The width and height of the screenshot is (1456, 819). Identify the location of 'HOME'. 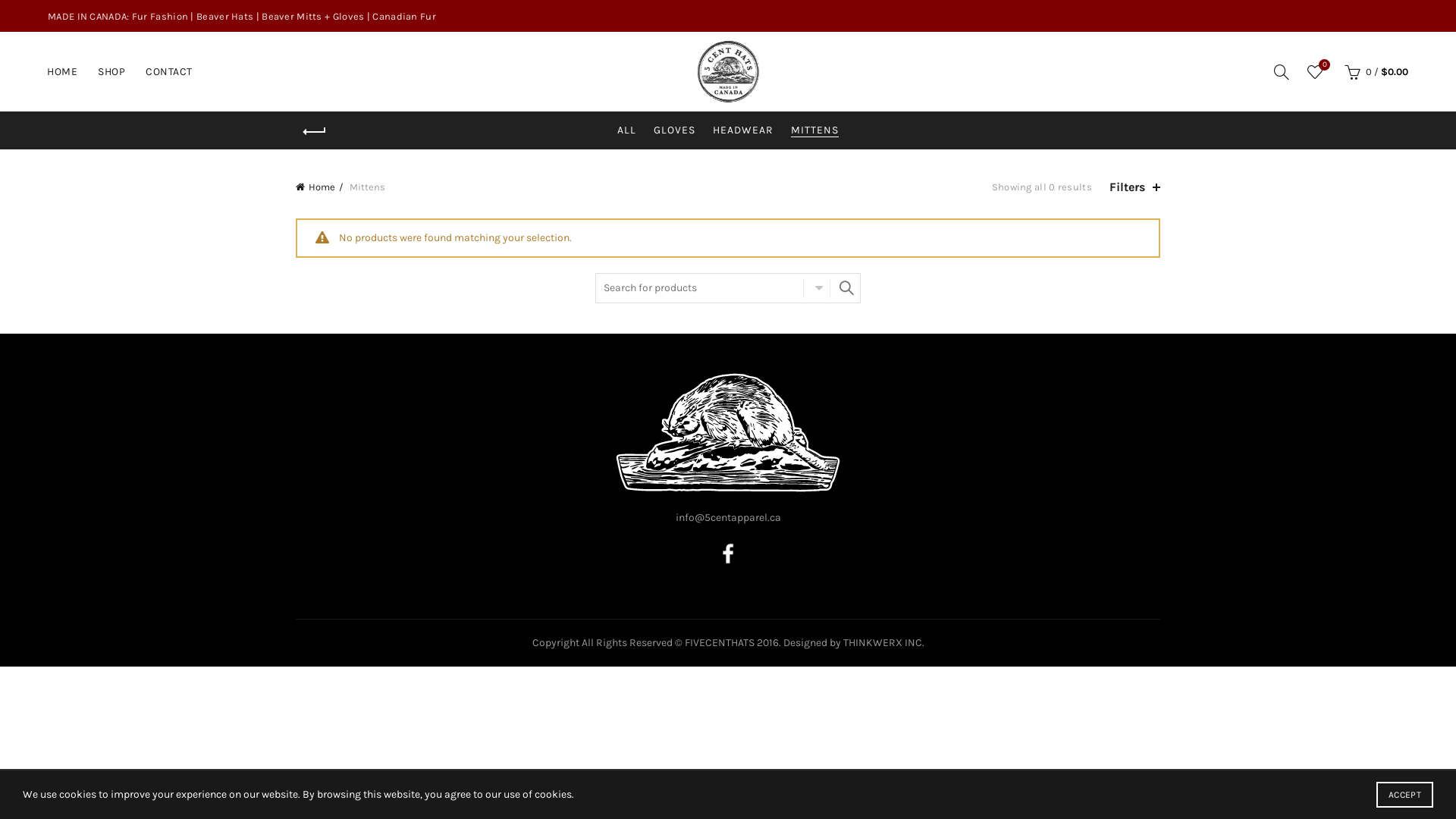
(36, 71).